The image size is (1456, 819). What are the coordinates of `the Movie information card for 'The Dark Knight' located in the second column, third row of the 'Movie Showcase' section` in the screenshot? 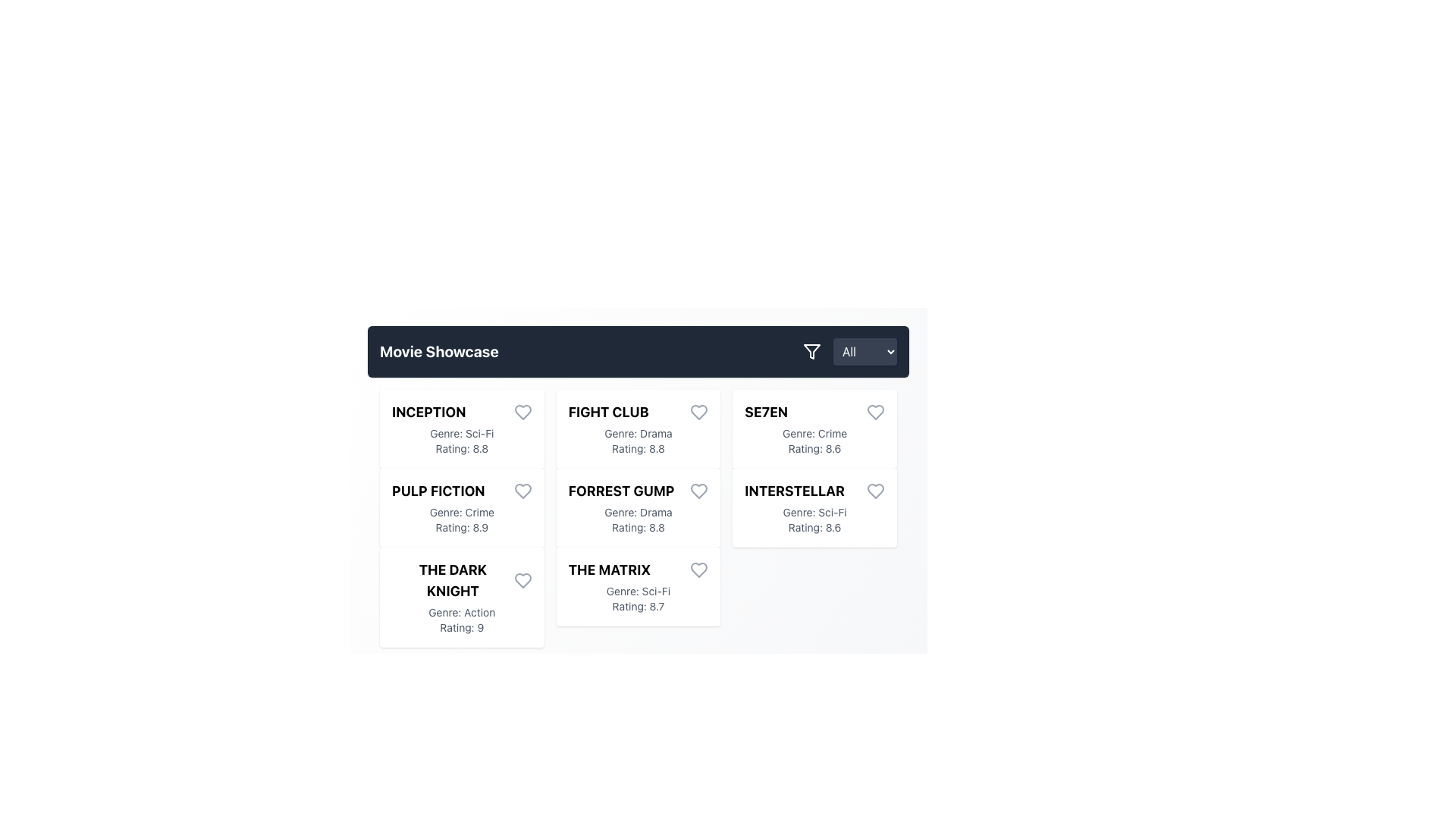 It's located at (461, 596).